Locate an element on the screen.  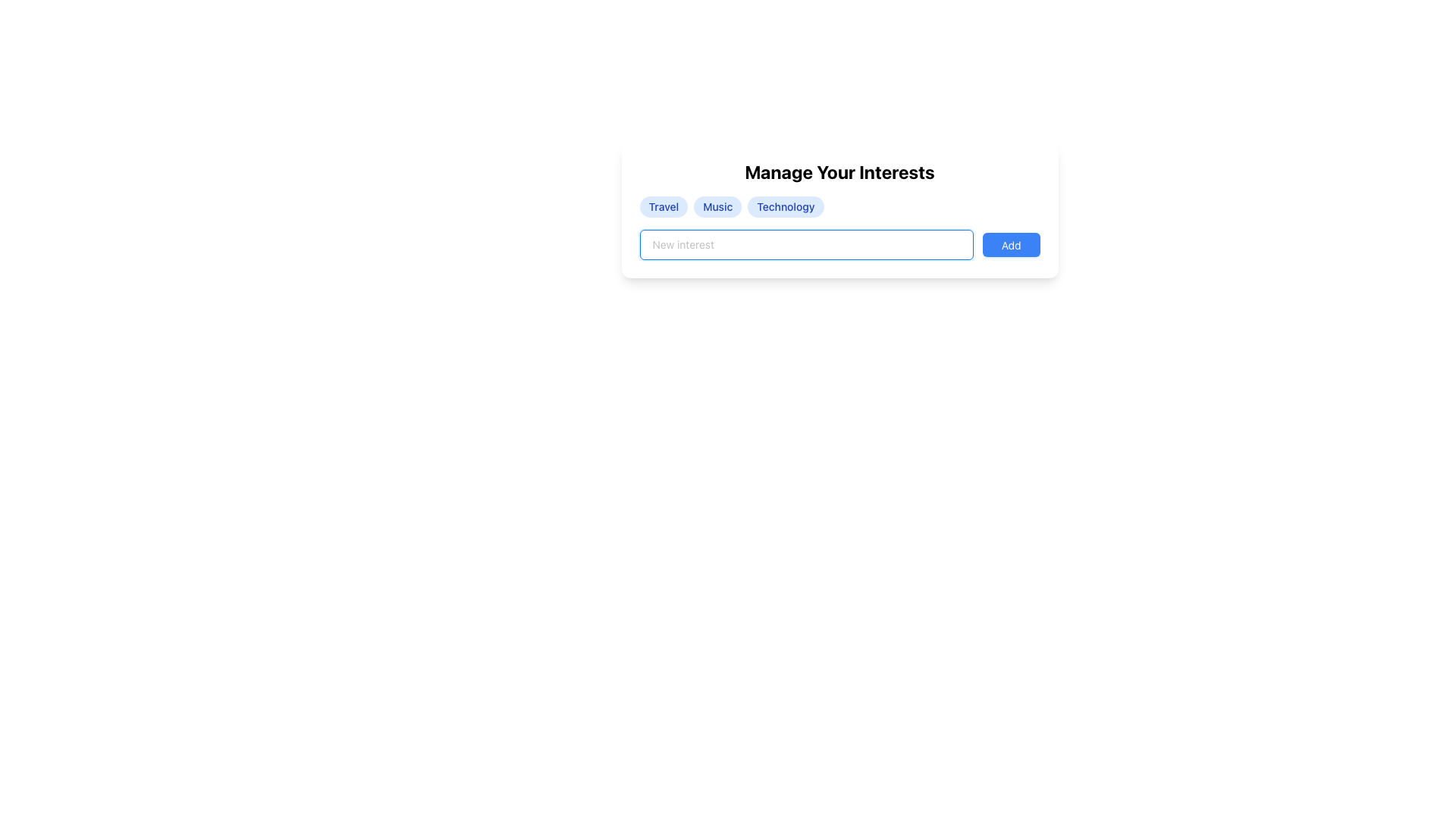
the 'Travel' selectable tag, which is a rounded rectangle with a blue border and background is located at coordinates (664, 207).